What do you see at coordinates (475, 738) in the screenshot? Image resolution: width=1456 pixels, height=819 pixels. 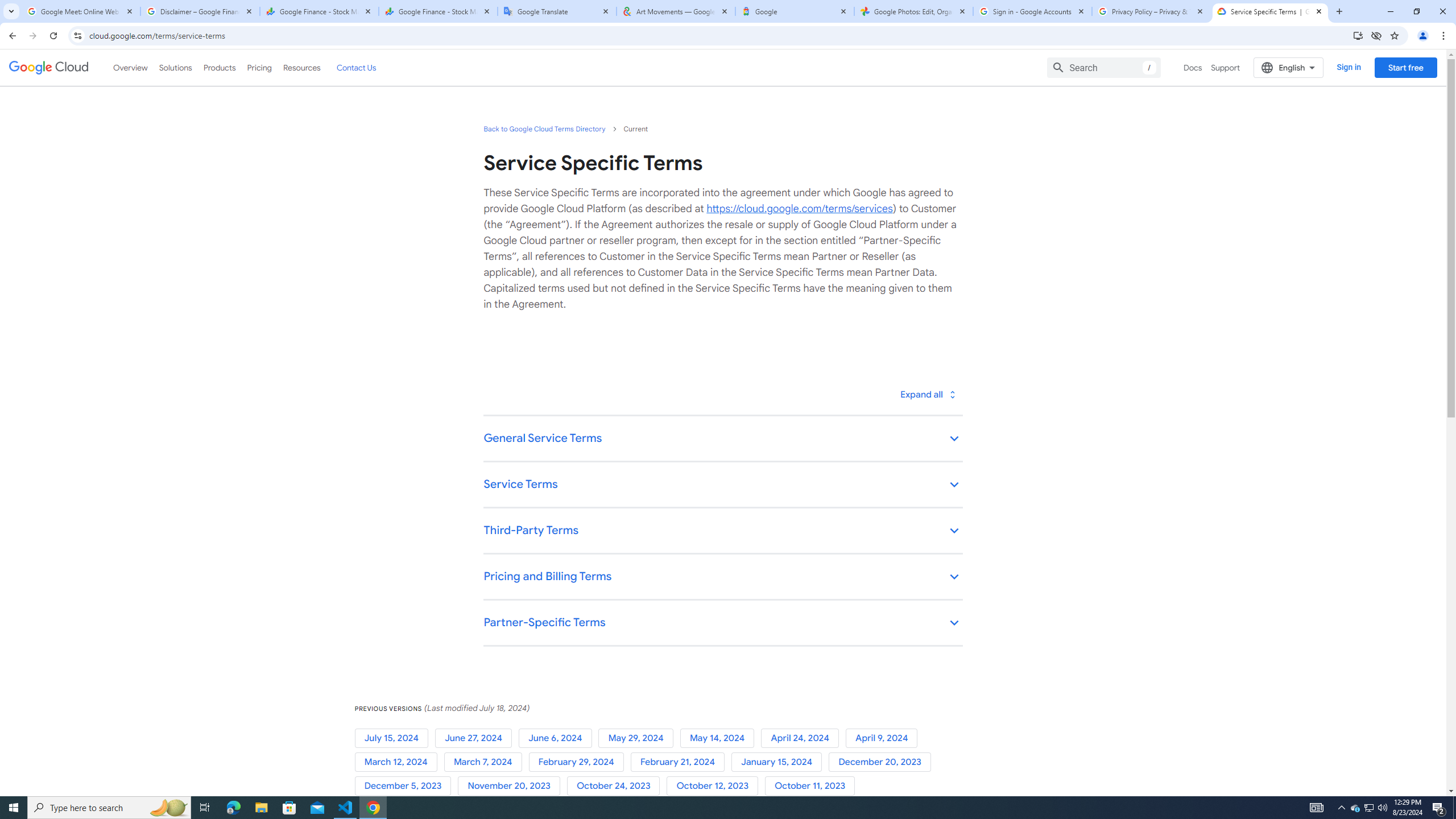 I see `'June 27, 2024'` at bounding box center [475, 738].